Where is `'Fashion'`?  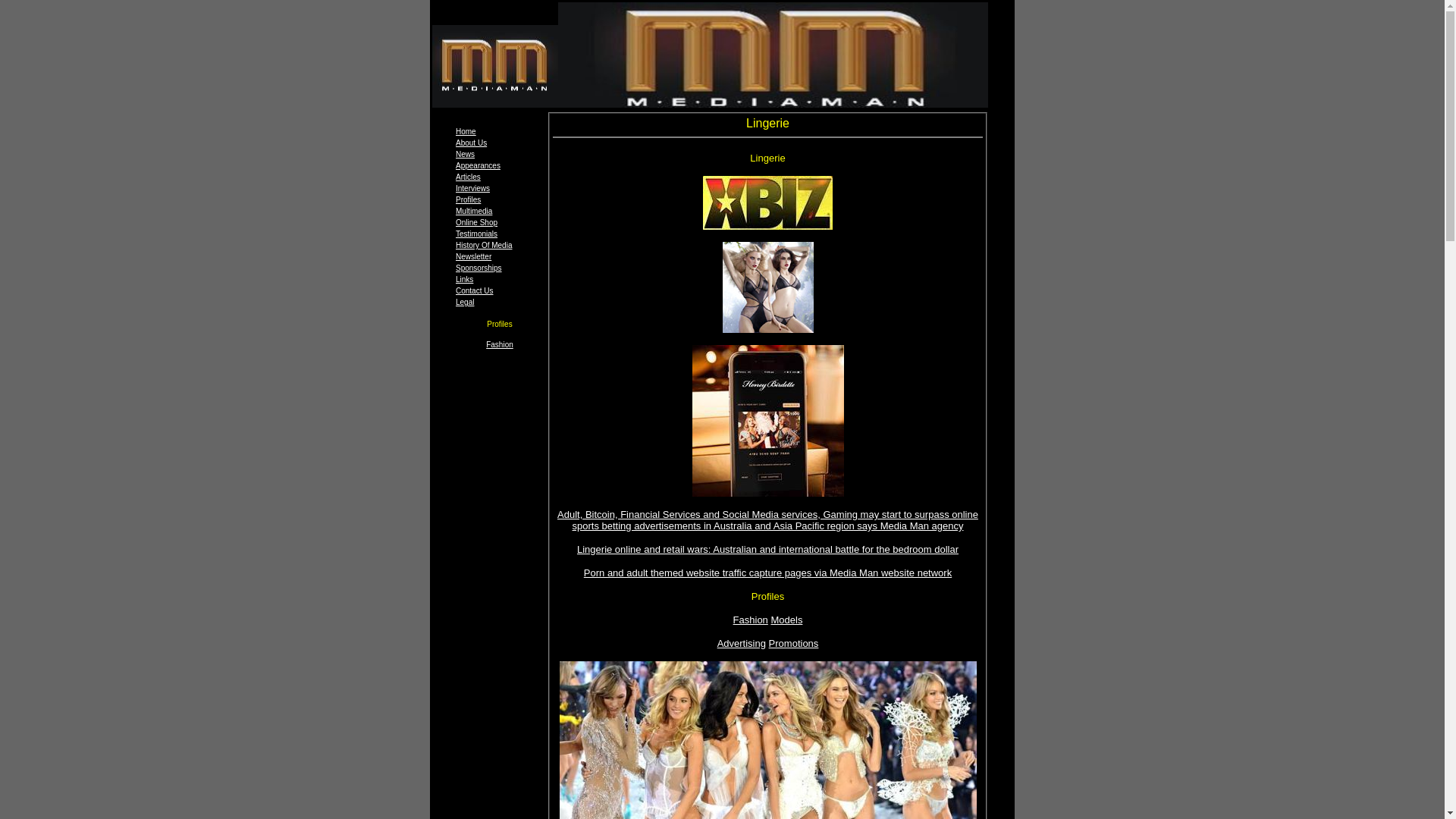
'Fashion' is located at coordinates (486, 344).